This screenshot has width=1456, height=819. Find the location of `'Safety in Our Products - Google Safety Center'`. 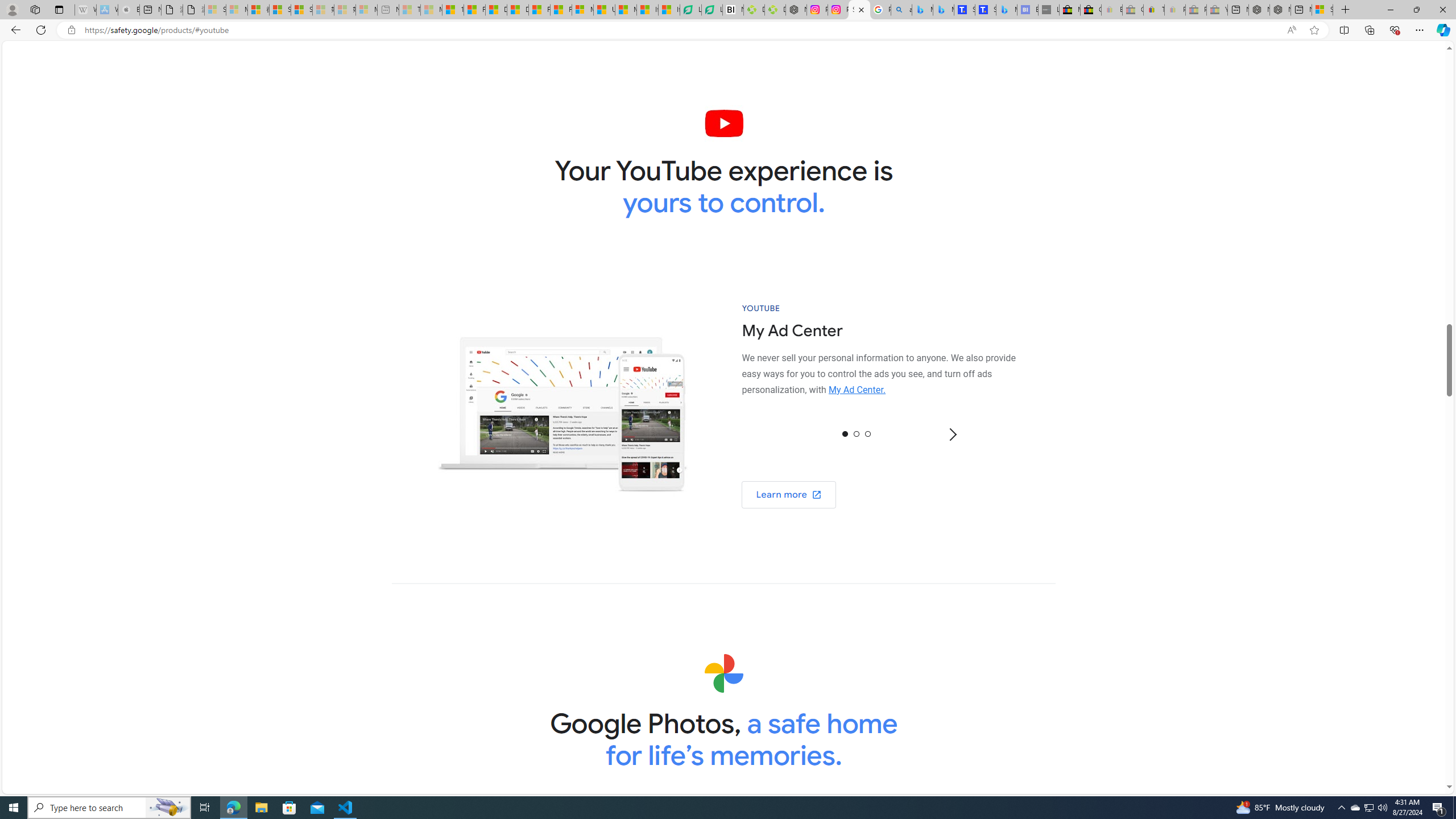

'Safety in Our Products - Google Safety Center' is located at coordinates (859, 9).